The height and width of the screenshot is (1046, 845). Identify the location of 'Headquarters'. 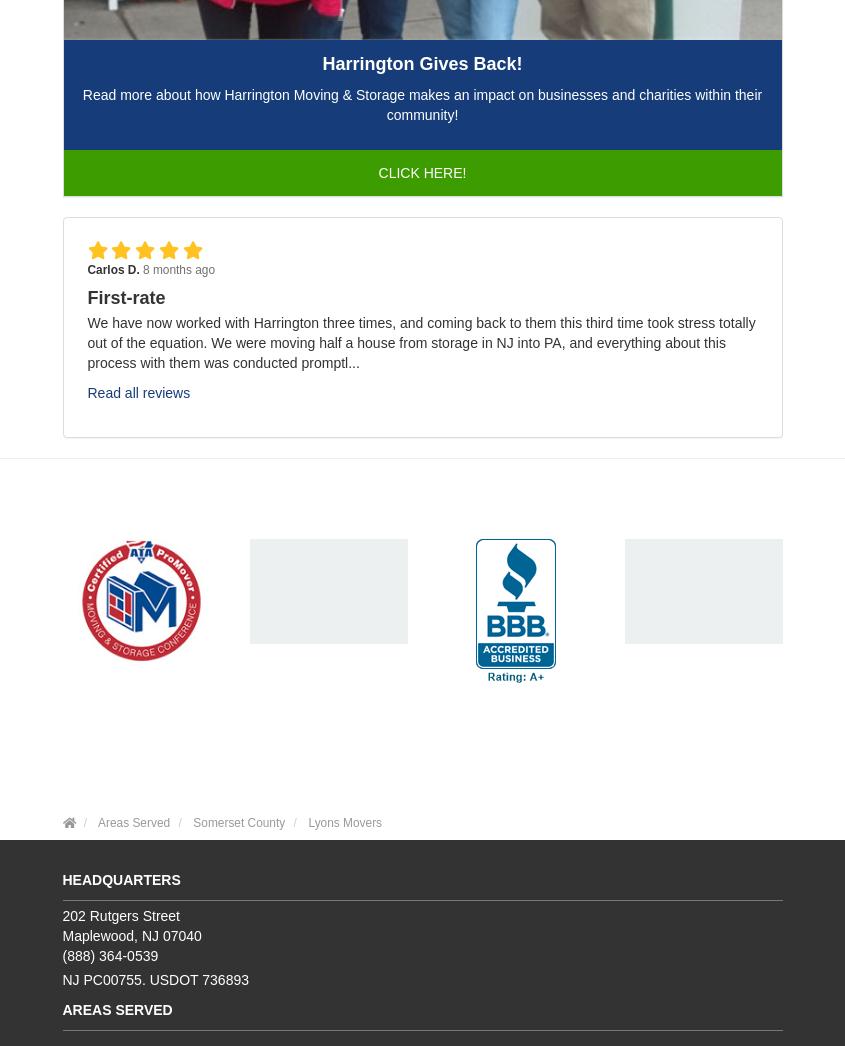
(121, 878).